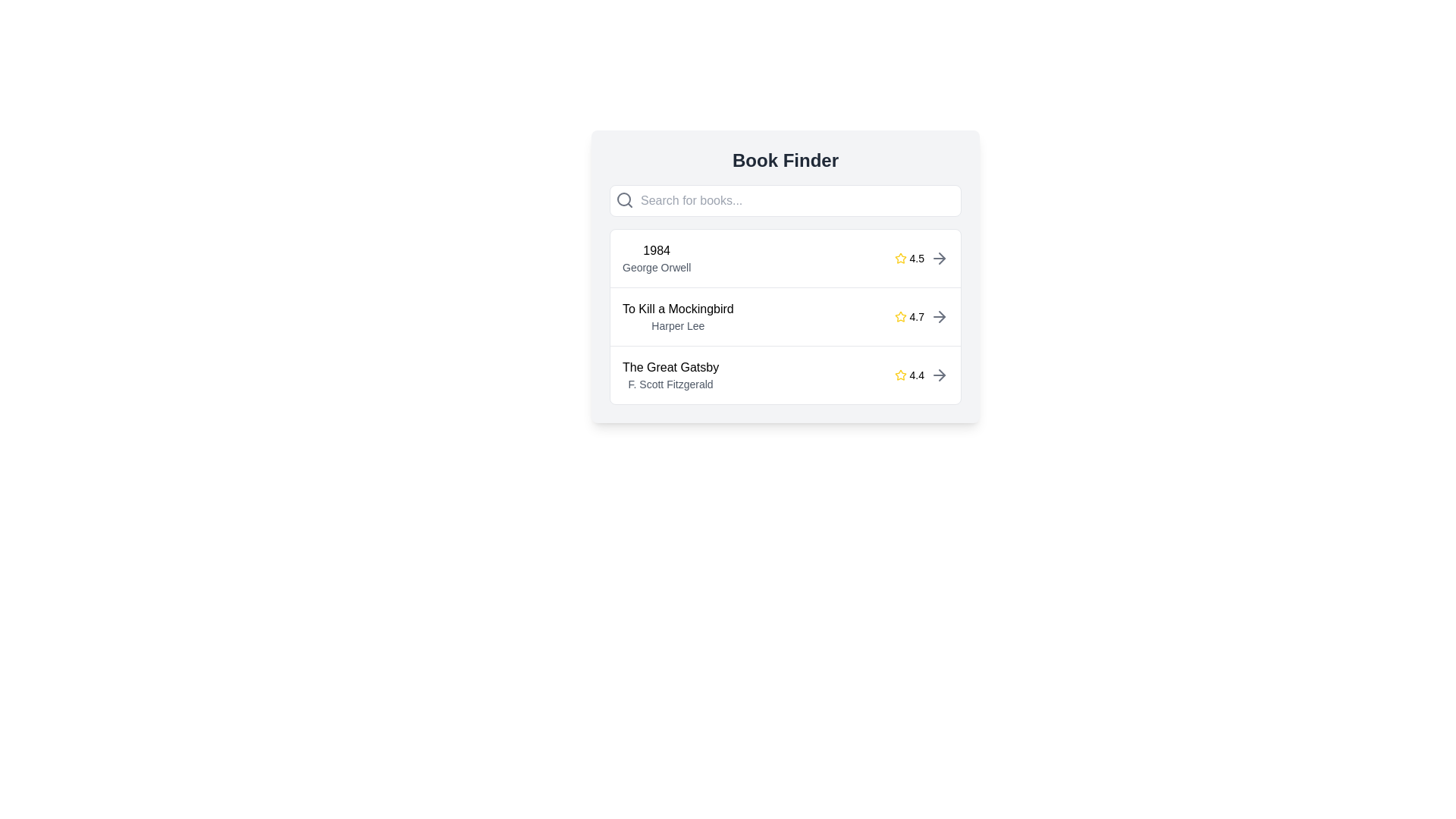 Image resolution: width=1456 pixels, height=819 pixels. Describe the element at coordinates (677, 309) in the screenshot. I see `the bold text label displaying the book title 'To Kill a Mockingbird' within the second row of the list under the 'Book Finder' heading` at that location.